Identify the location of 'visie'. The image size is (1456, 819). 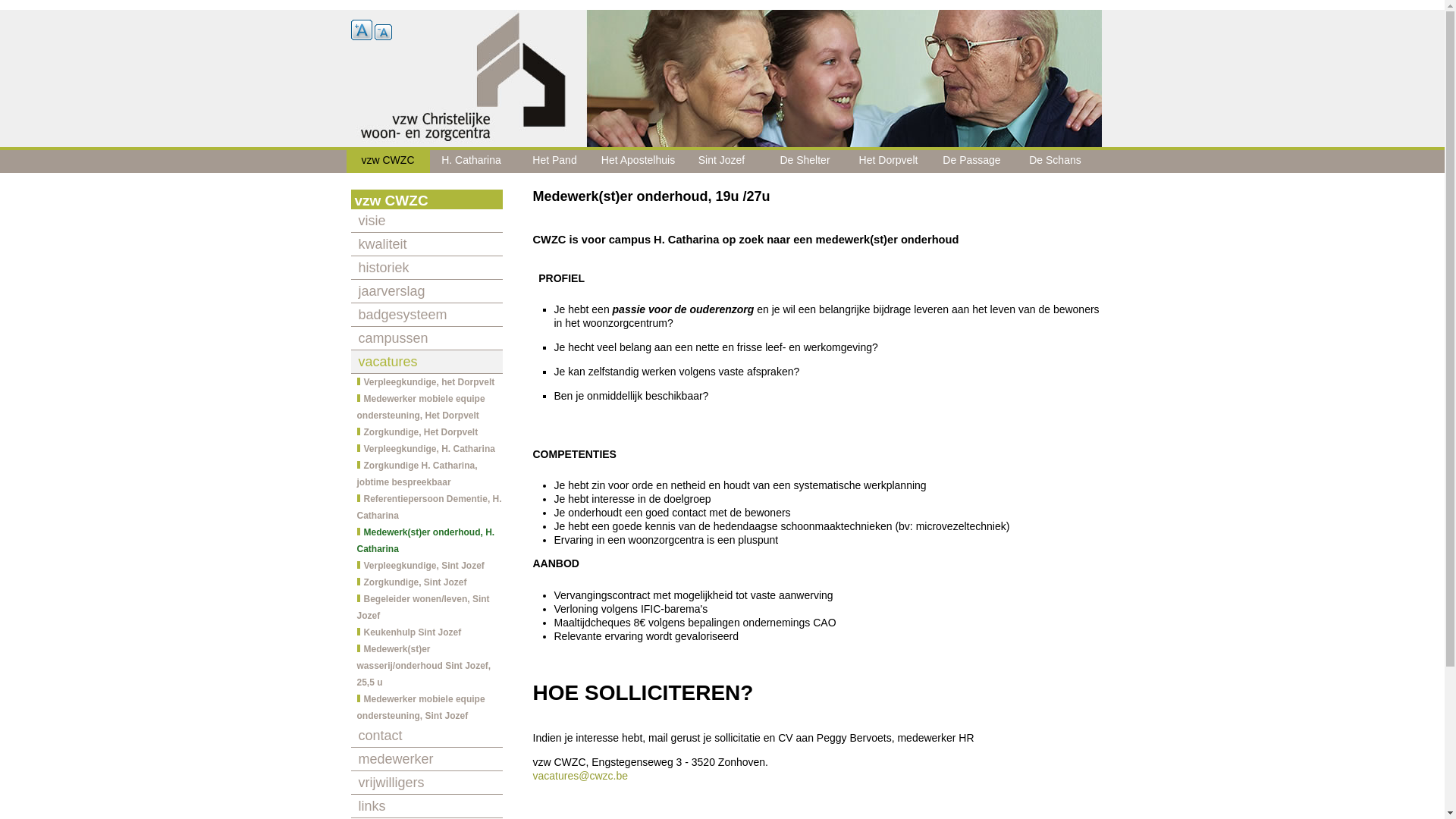
(425, 221).